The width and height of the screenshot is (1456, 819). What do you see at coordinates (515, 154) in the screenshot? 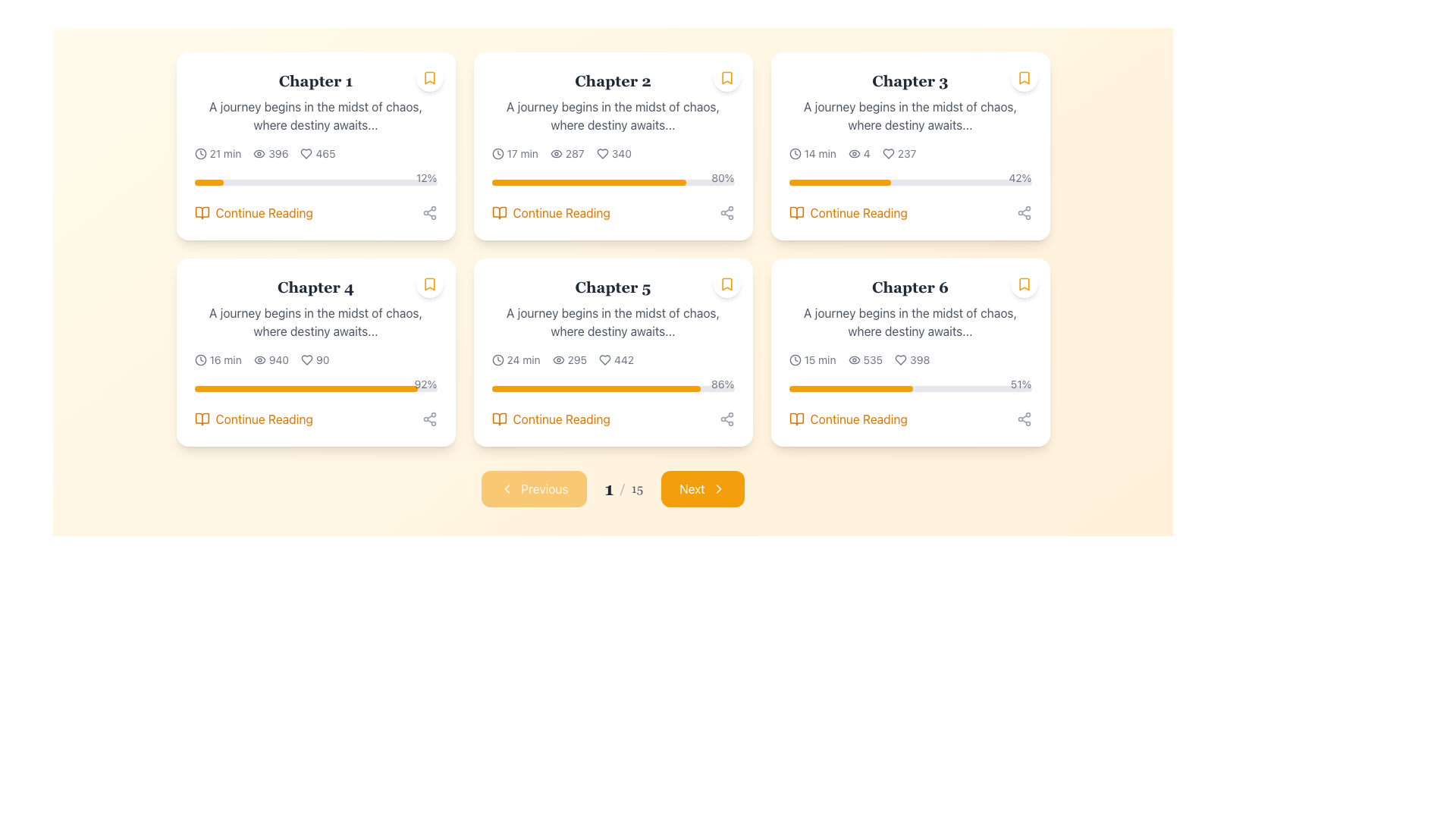
I see `the informational indicator displaying the estimated reading duration for 'Chapter 2' located in the top-left corner of the card content` at bounding box center [515, 154].